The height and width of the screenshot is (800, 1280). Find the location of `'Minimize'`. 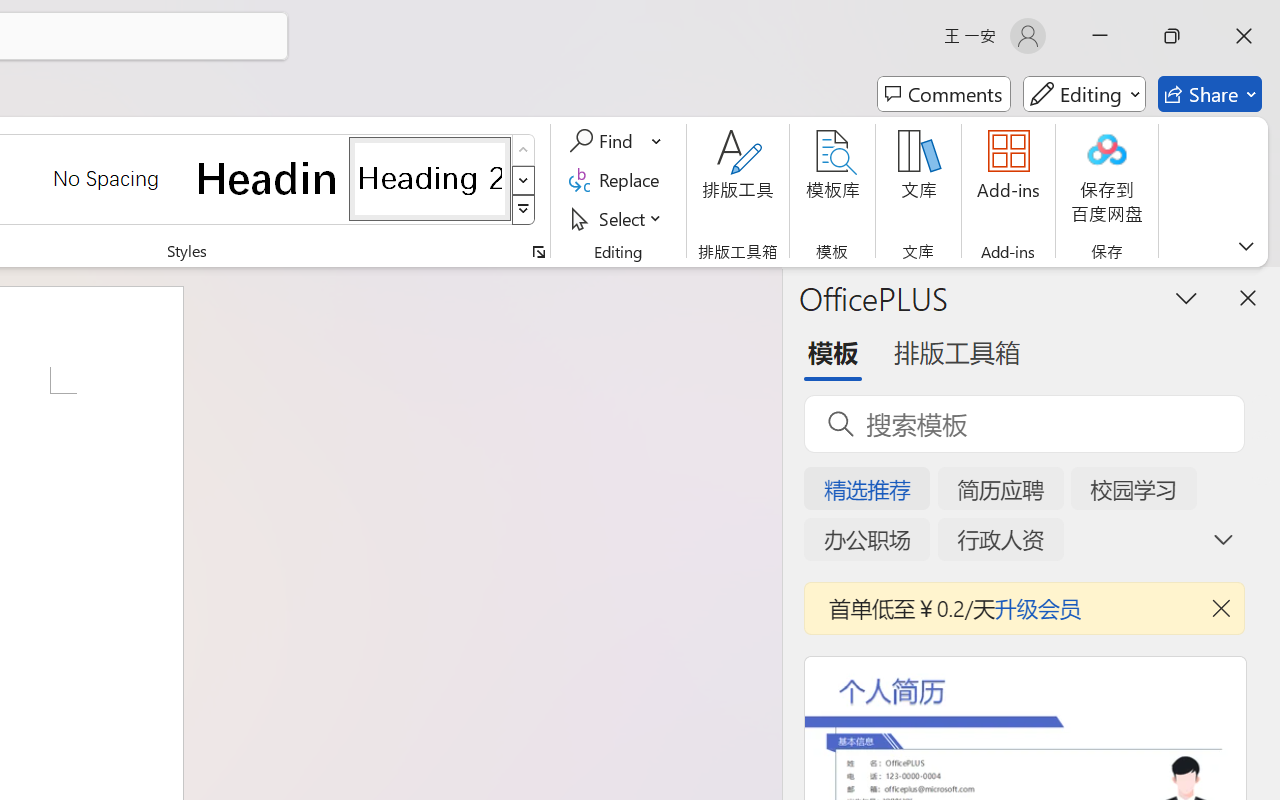

'Minimize' is located at coordinates (1099, 35).